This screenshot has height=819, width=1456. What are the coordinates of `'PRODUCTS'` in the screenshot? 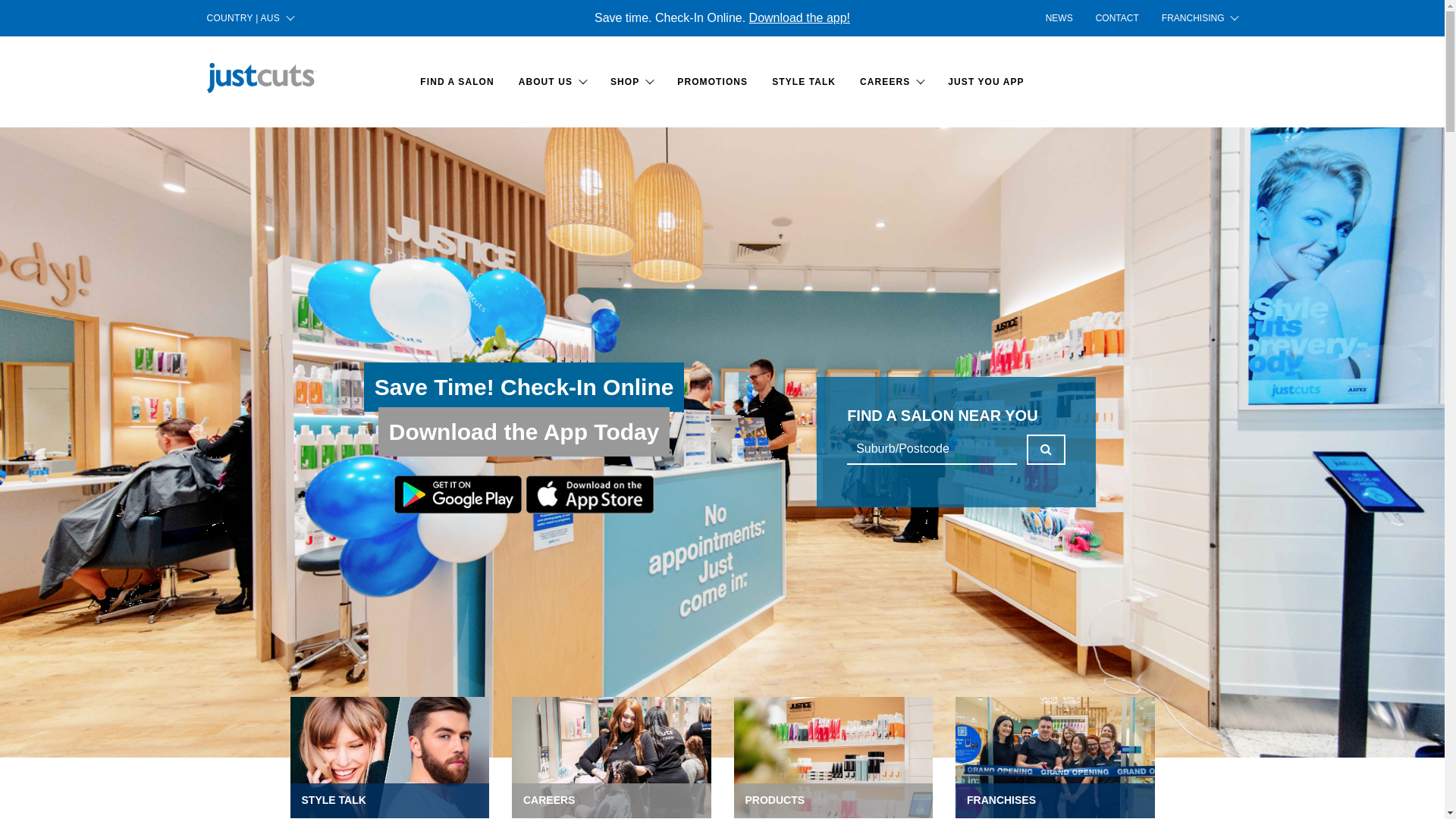 It's located at (734, 758).